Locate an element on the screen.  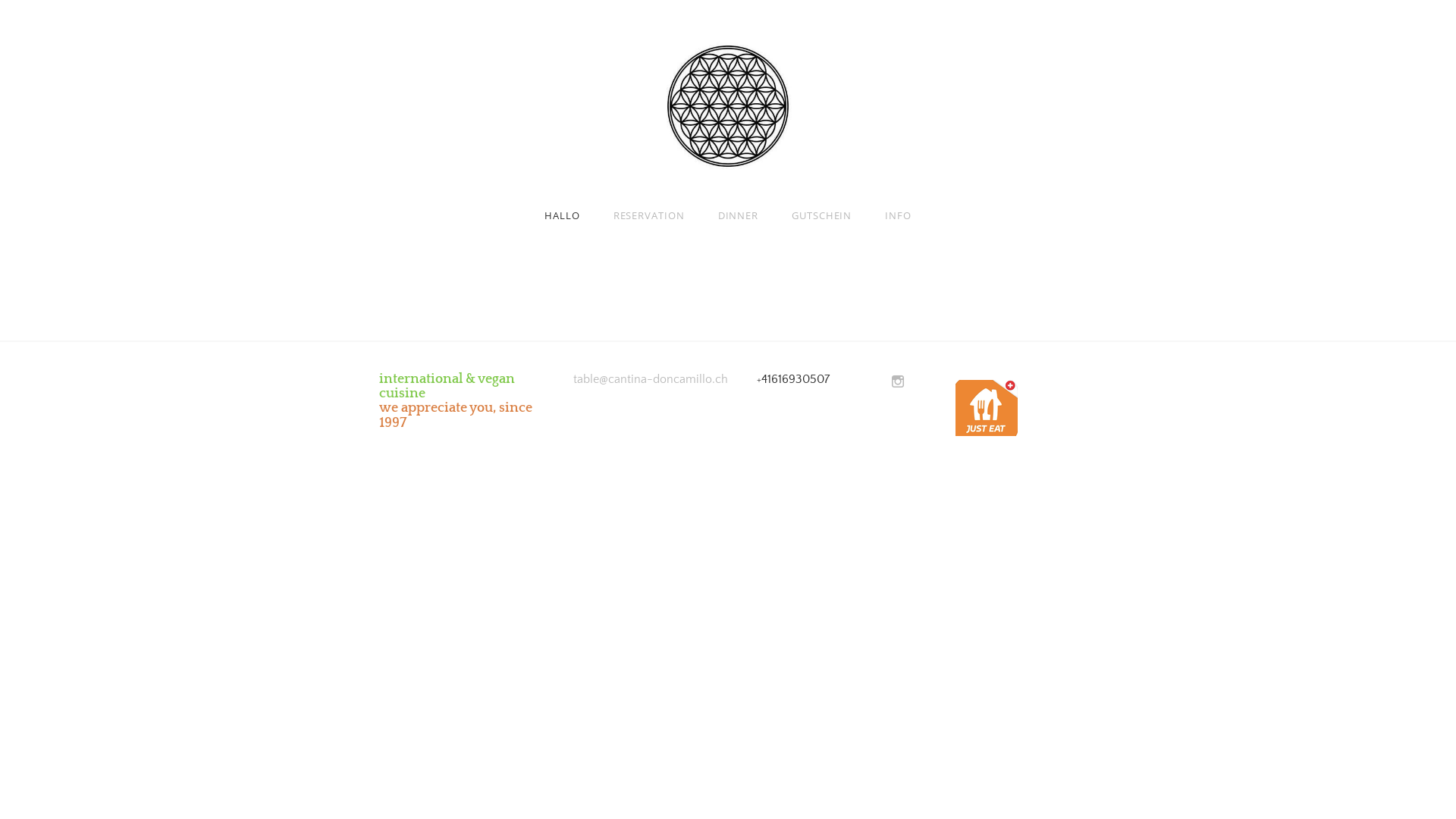
'41616930507' is located at coordinates (795, 379).